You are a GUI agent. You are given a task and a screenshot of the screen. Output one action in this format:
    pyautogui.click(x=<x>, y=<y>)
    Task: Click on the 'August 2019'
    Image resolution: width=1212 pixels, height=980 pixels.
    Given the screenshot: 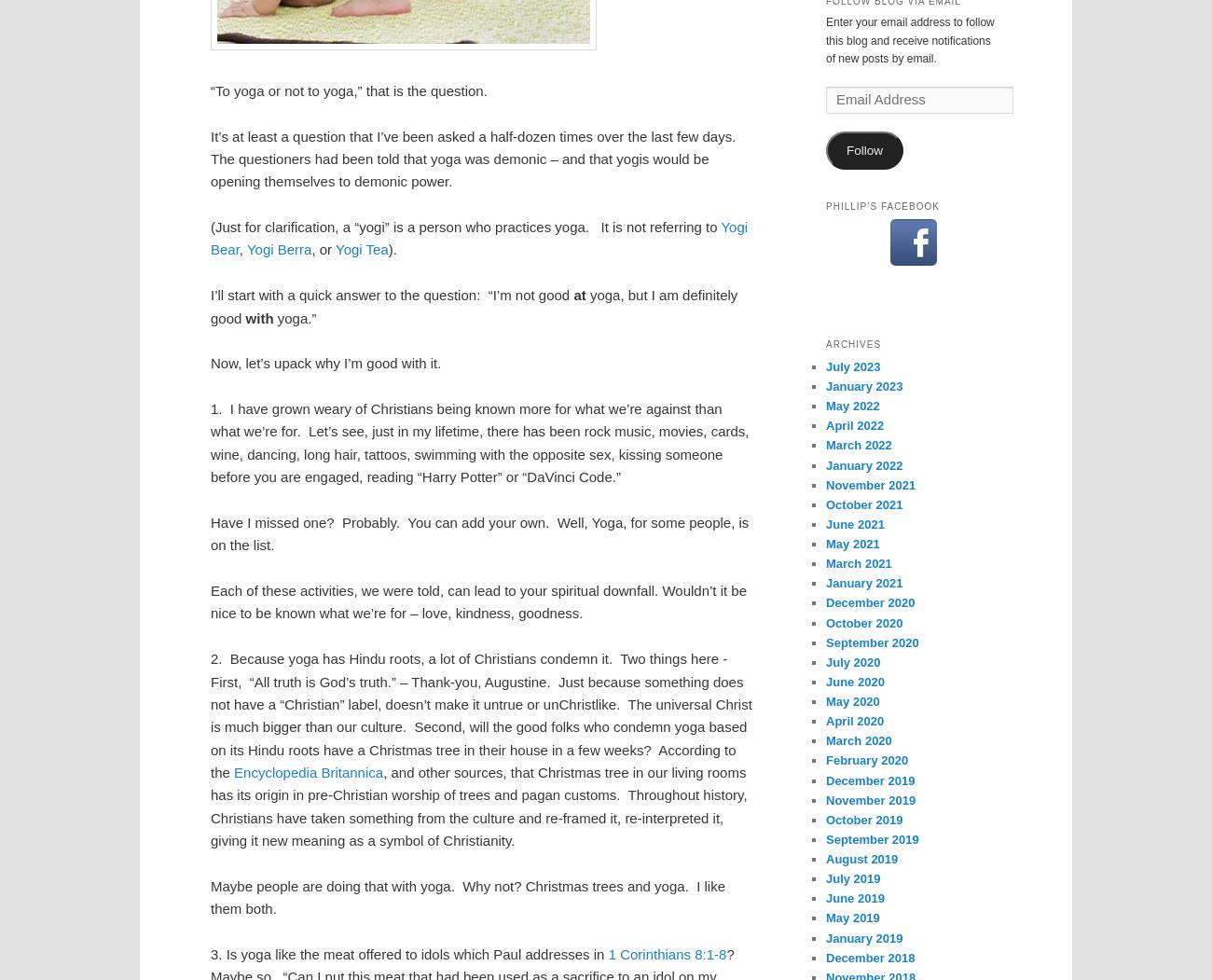 What is the action you would take?
    pyautogui.click(x=861, y=859)
    